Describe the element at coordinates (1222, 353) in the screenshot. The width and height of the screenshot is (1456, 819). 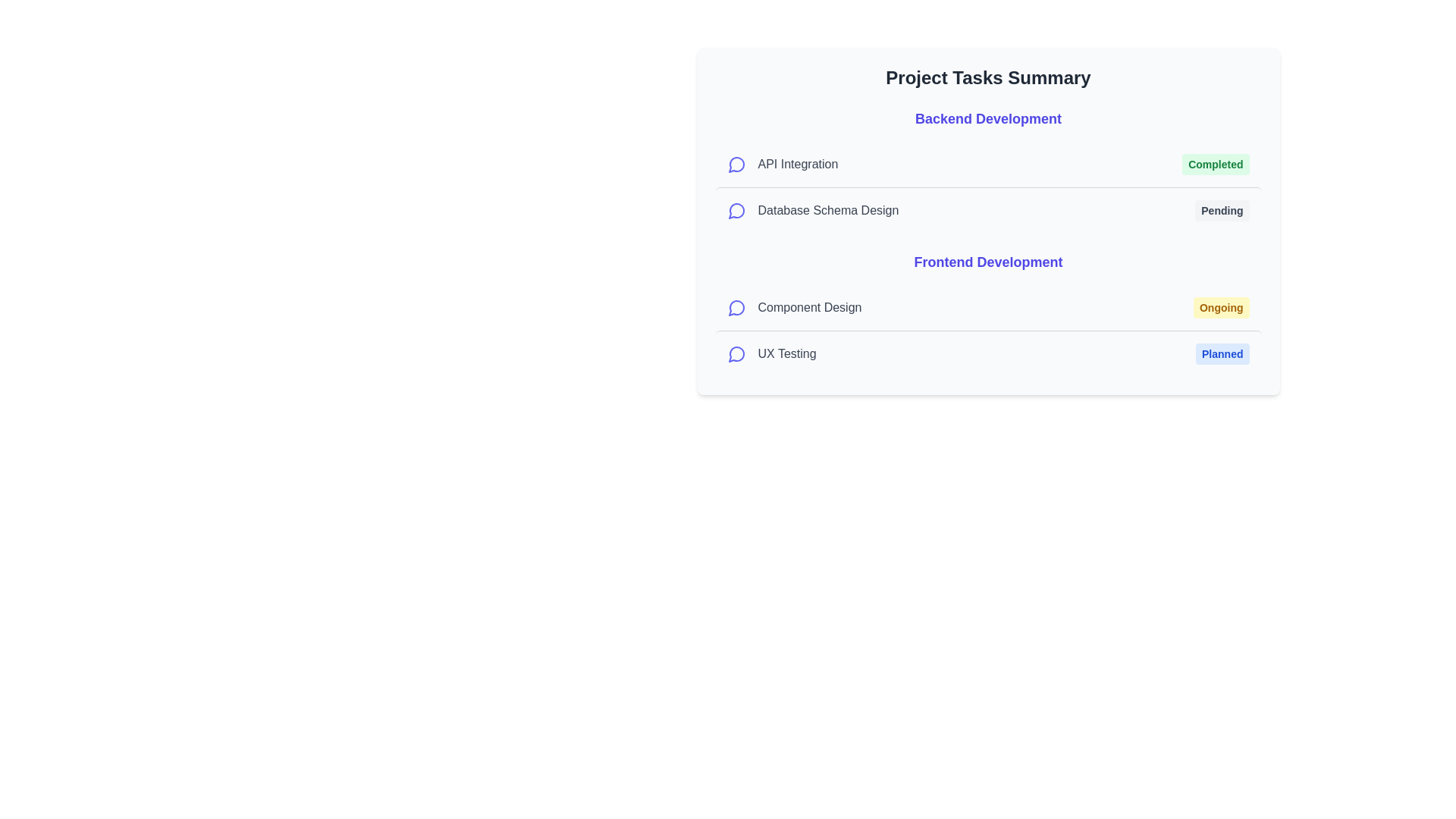
I see `the rectangular badge with rounded corners that has a light blue background and the text 'Planned' in bold blue font, located in the 'UX Testing' section of the 'Project Tasks Summary'` at that location.